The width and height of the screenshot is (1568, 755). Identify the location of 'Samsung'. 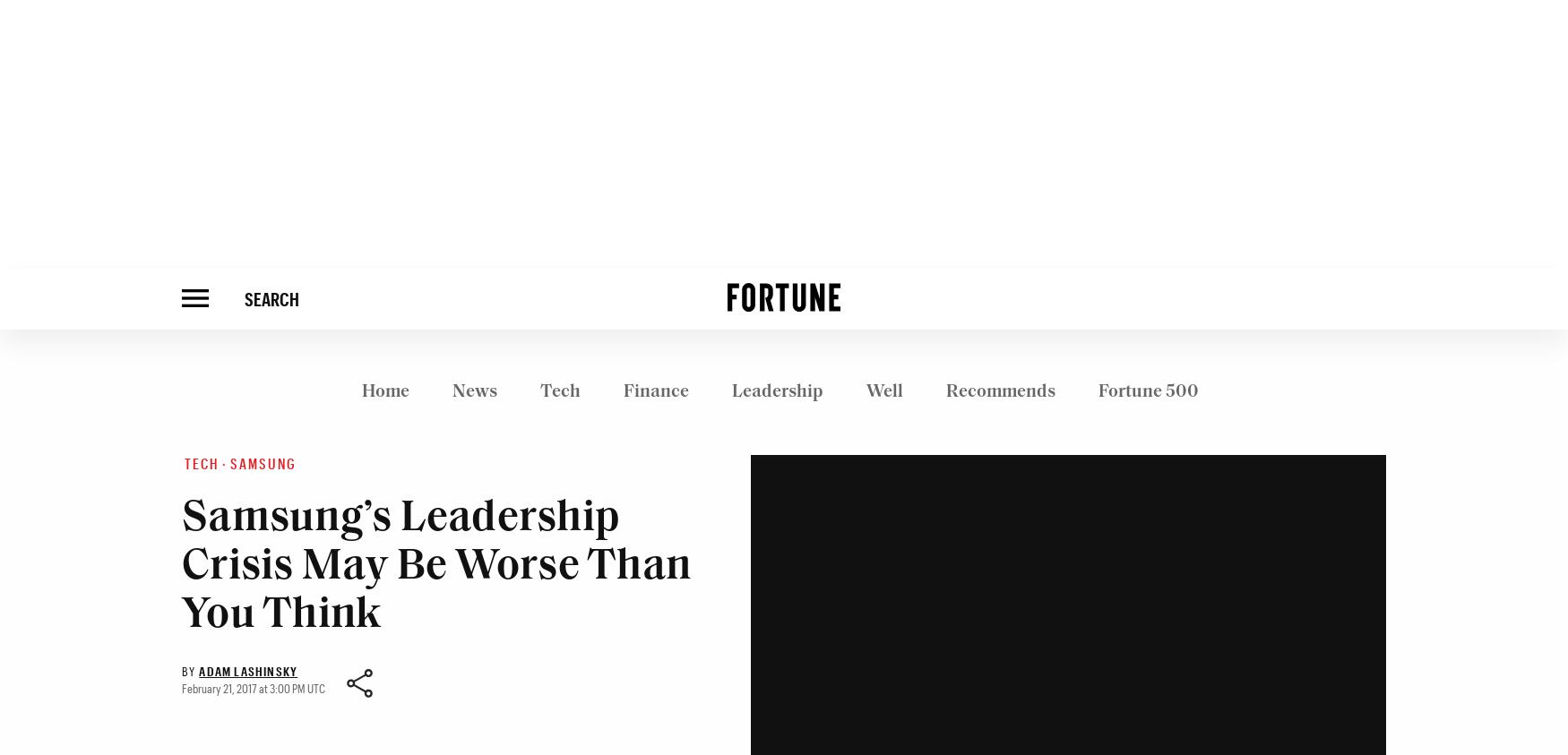
(263, 463).